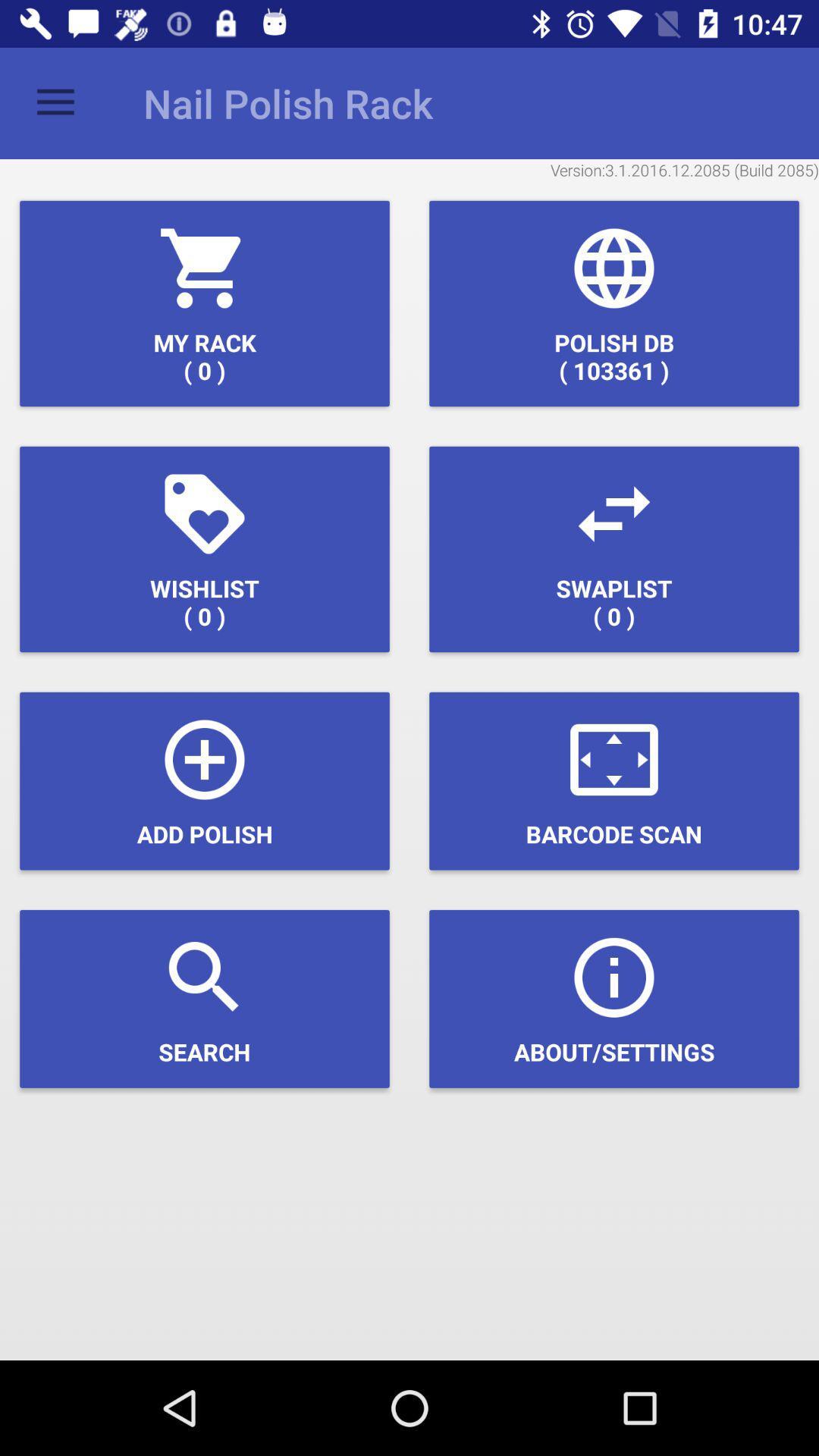 The height and width of the screenshot is (1456, 819). Describe the element at coordinates (614, 781) in the screenshot. I see `icon below swaplist` at that location.